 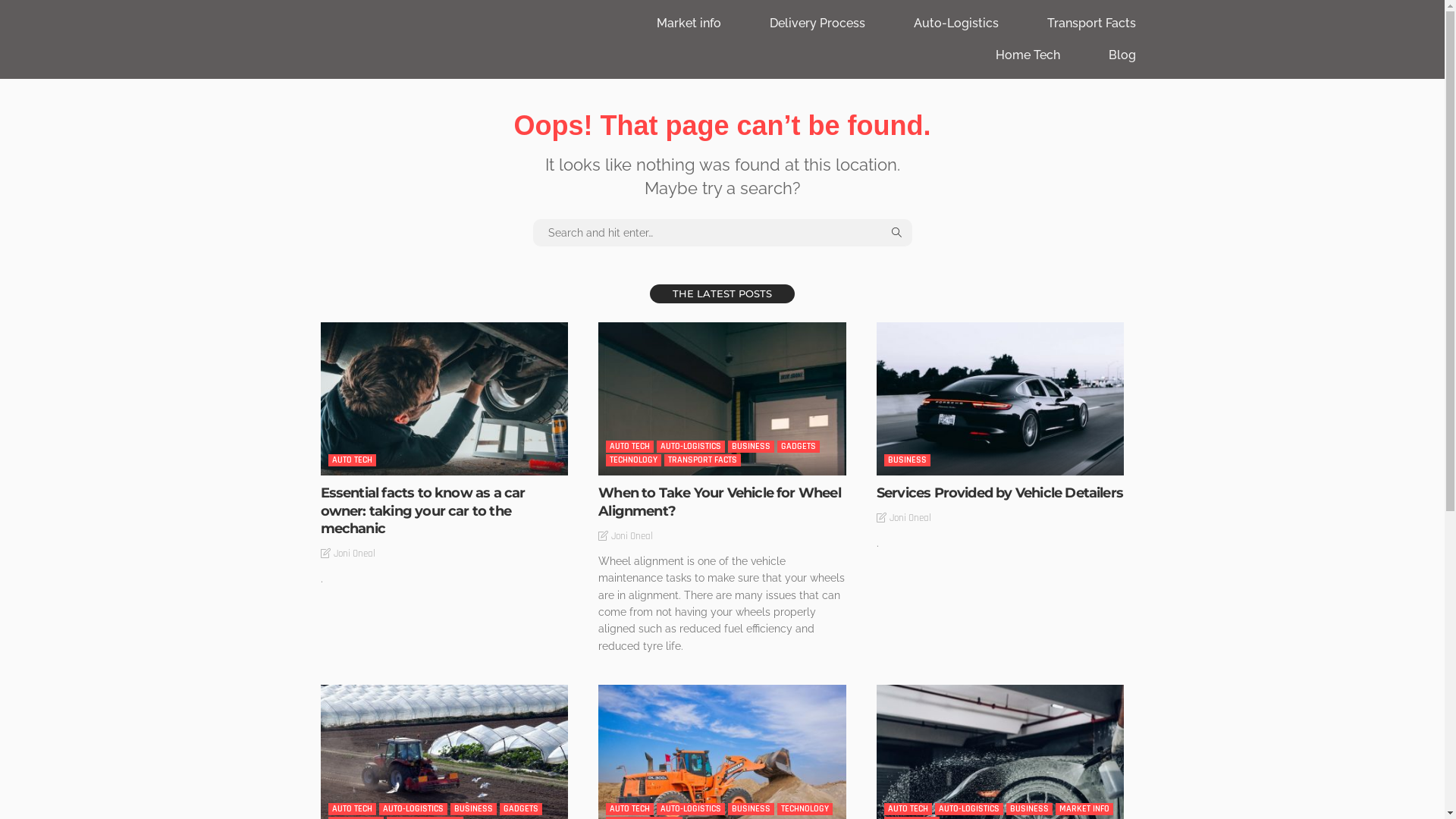 What do you see at coordinates (797, 446) in the screenshot?
I see `'GADGETS'` at bounding box center [797, 446].